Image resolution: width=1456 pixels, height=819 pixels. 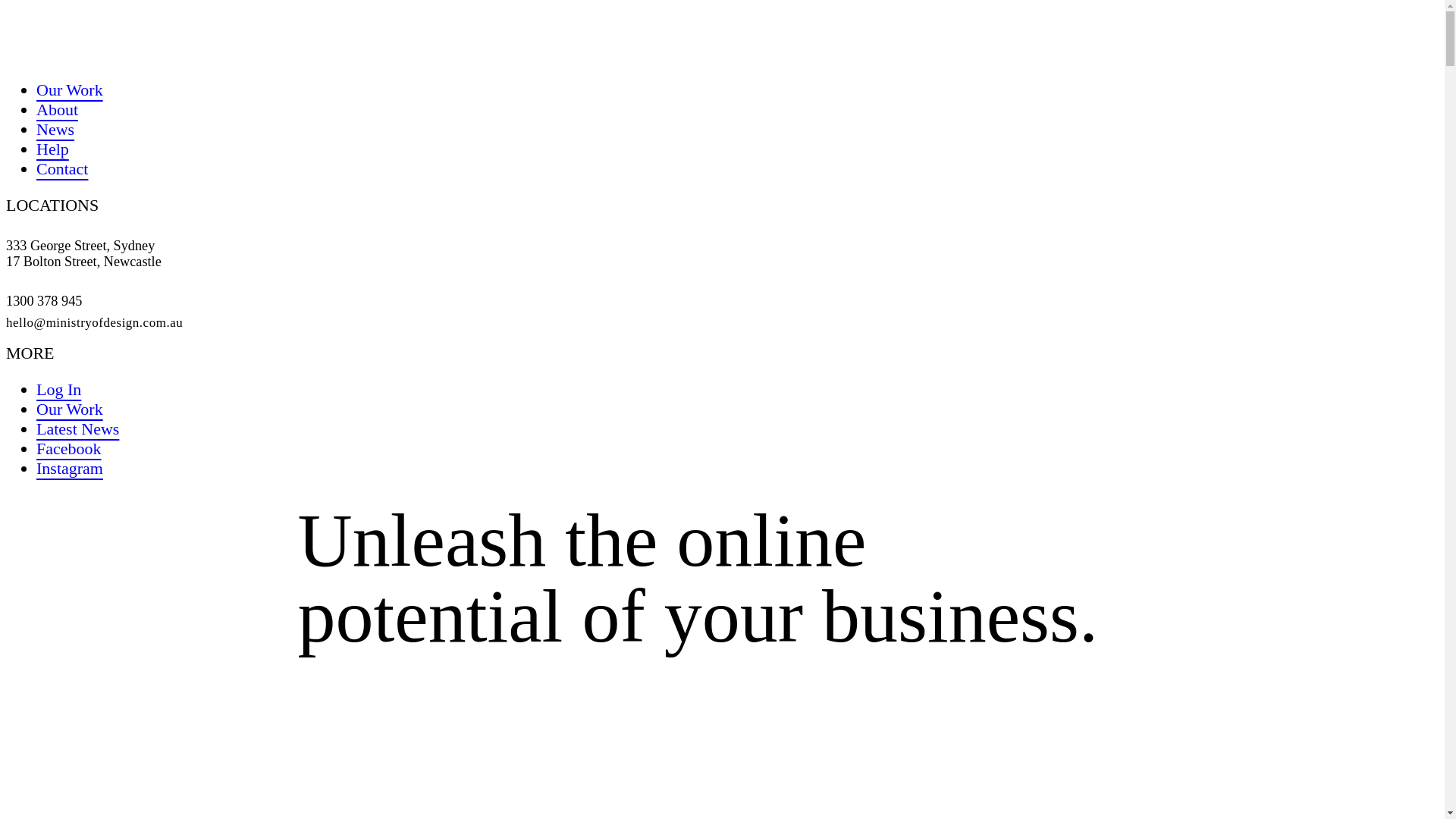 What do you see at coordinates (36, 388) in the screenshot?
I see `'Log In'` at bounding box center [36, 388].